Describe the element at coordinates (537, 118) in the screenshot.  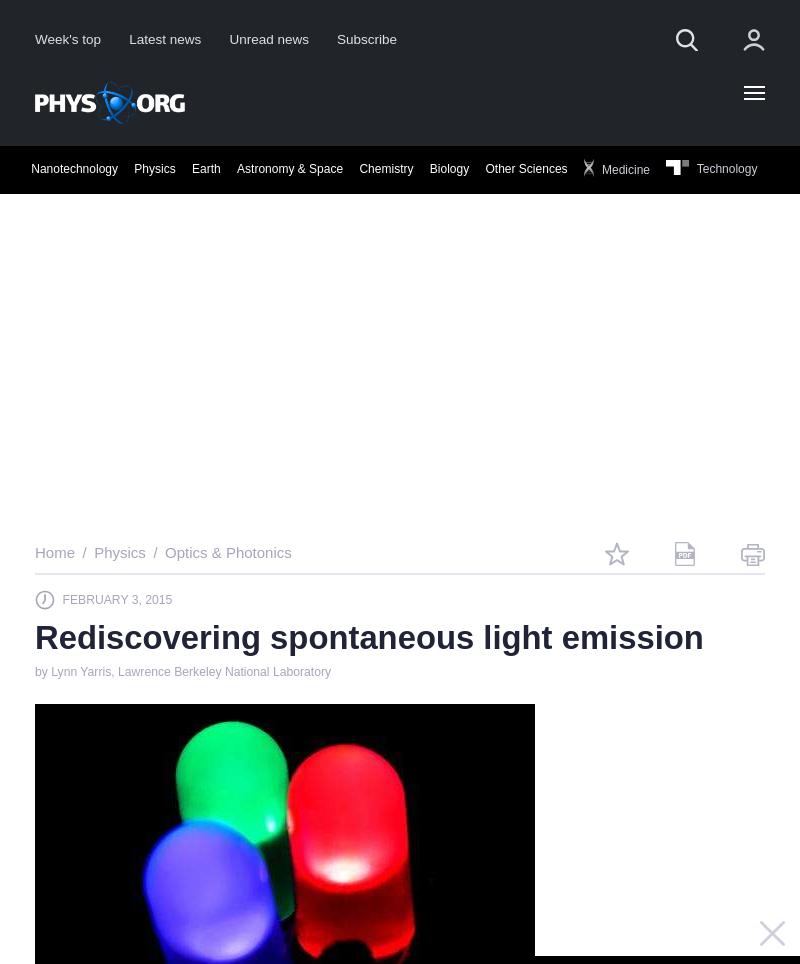
I see `'Science X Account'` at that location.